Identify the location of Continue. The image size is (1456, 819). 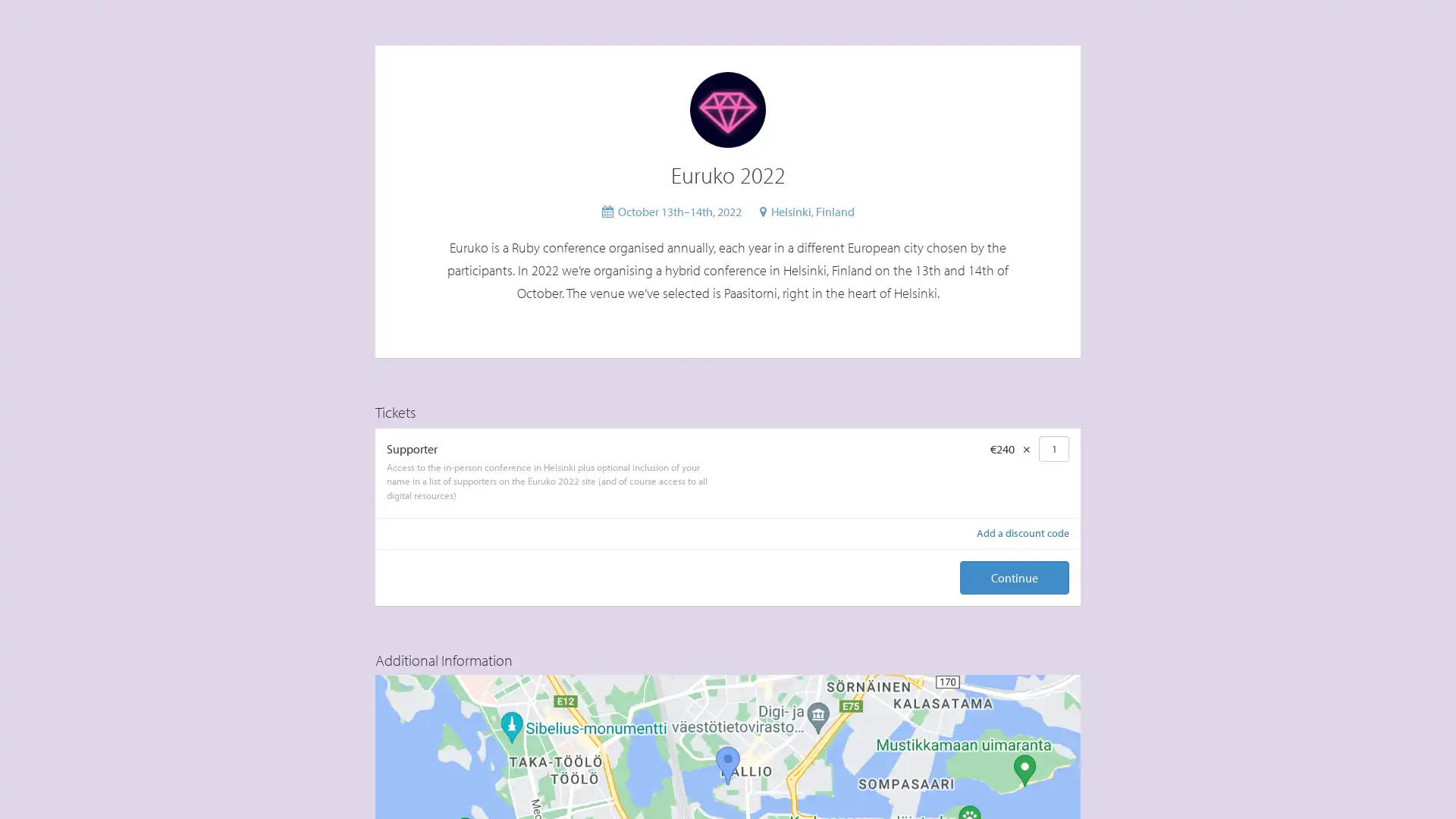
(1015, 577).